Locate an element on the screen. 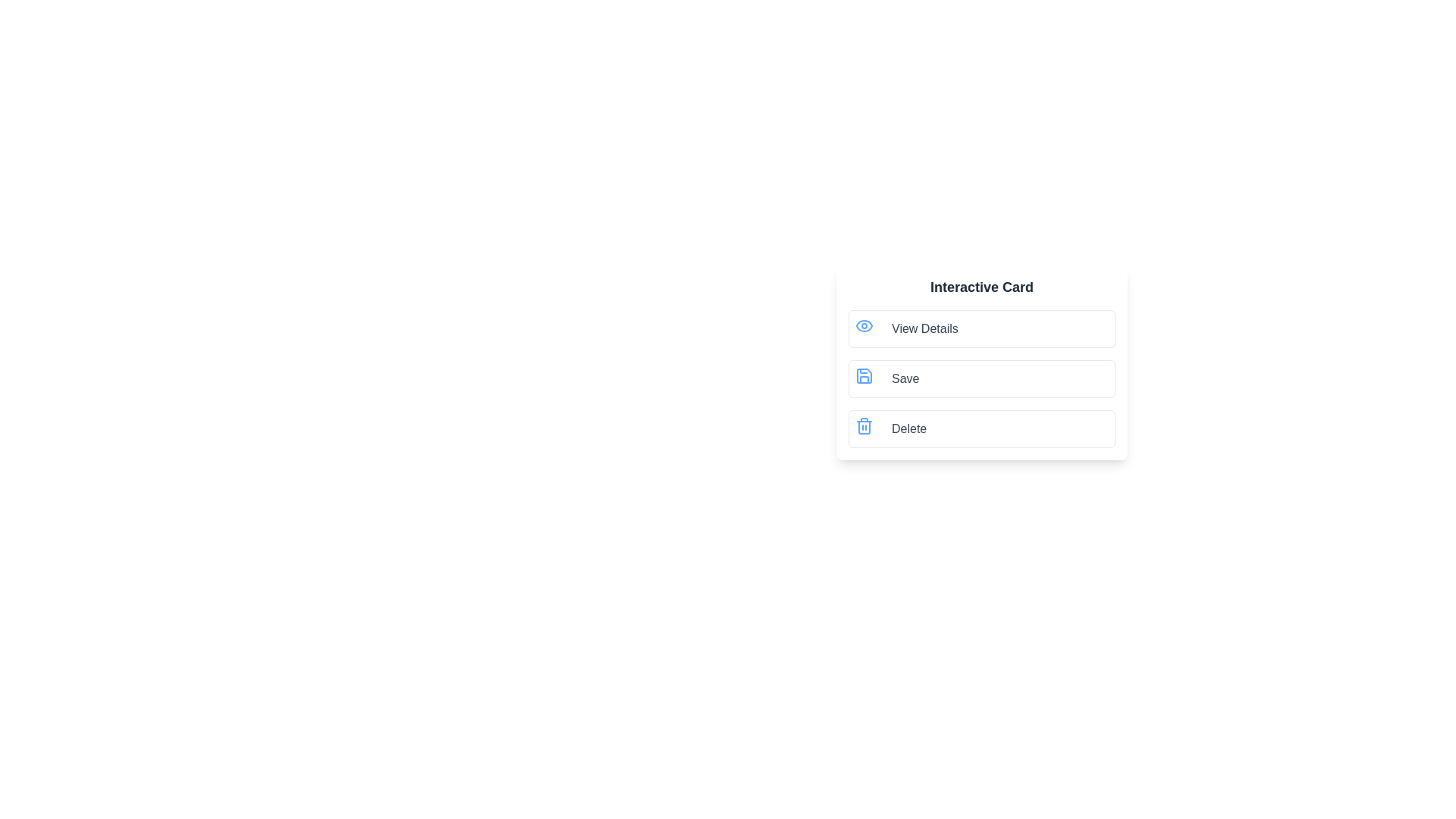  the light blue eye-shaped icon that is the first in the vertical list of actions within the interactive card layout, located to the left of the 'View Details' option is located at coordinates (864, 325).